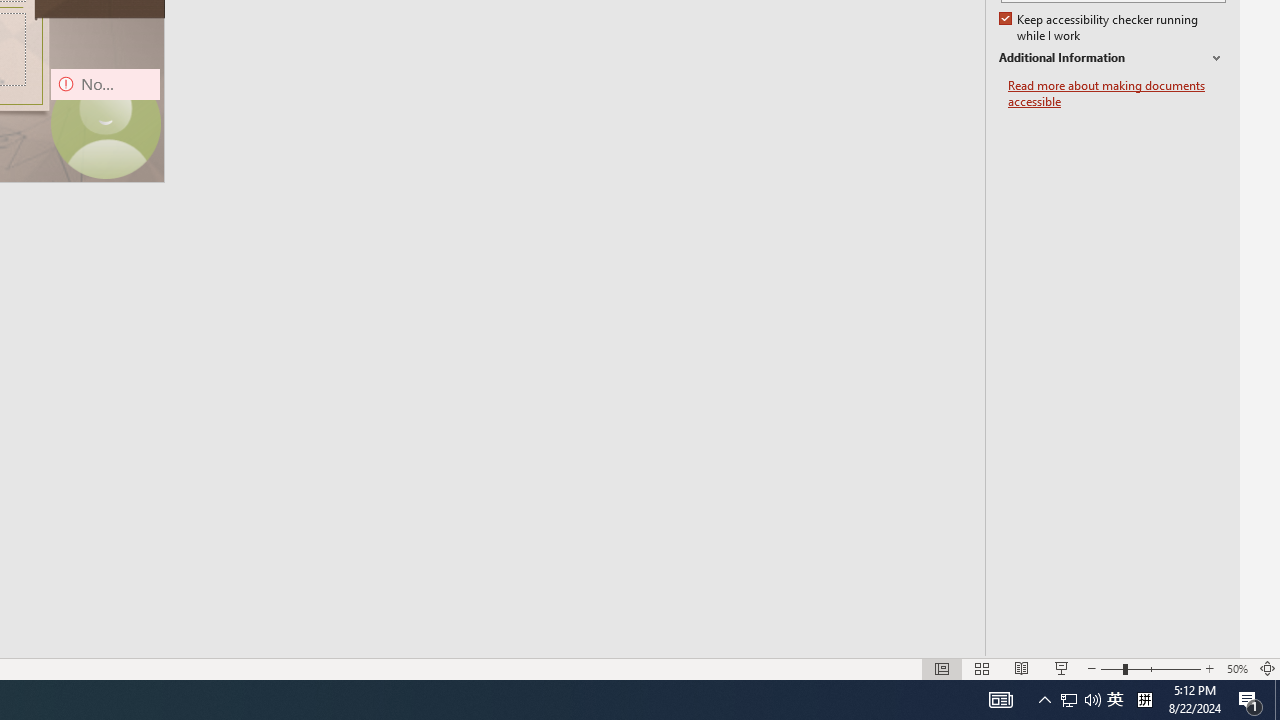 The height and width of the screenshot is (720, 1280). I want to click on 'Zoom to Fit ', so click(1266, 669).